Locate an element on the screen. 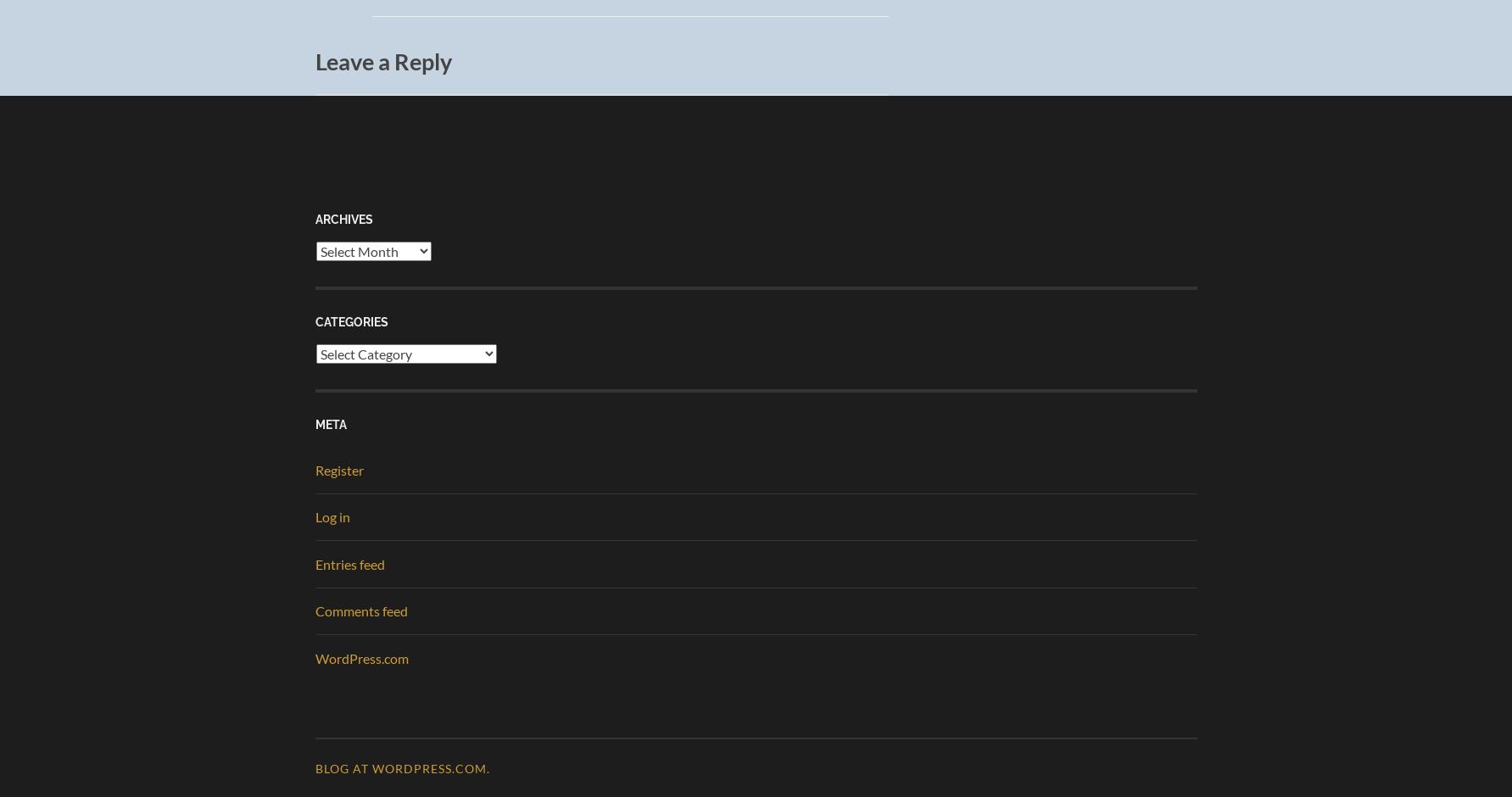 This screenshot has width=1512, height=797. 'Entries feed' is located at coordinates (349, 563).